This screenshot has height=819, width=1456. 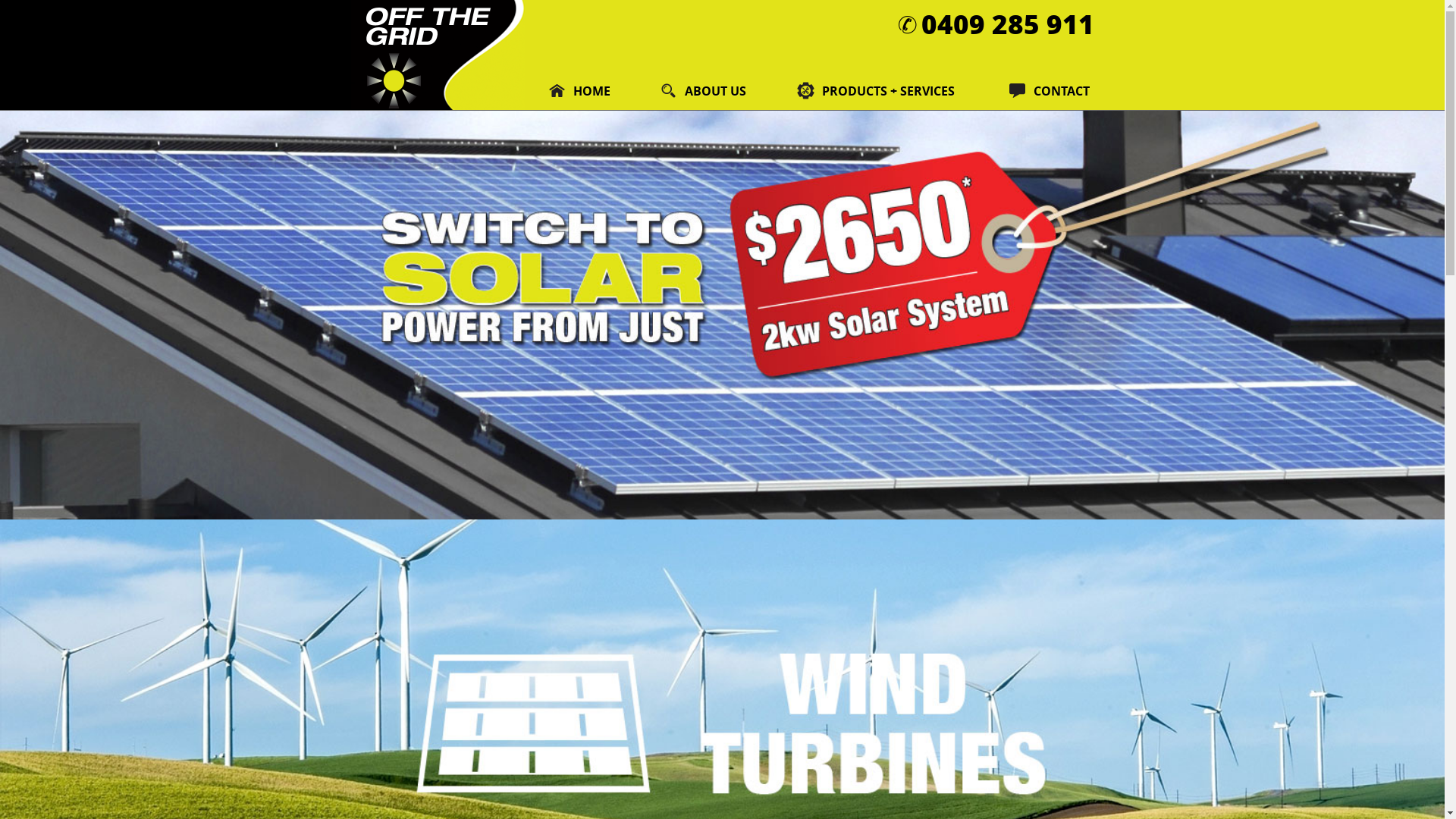 What do you see at coordinates (580, 90) in the screenshot?
I see `'HOME'` at bounding box center [580, 90].